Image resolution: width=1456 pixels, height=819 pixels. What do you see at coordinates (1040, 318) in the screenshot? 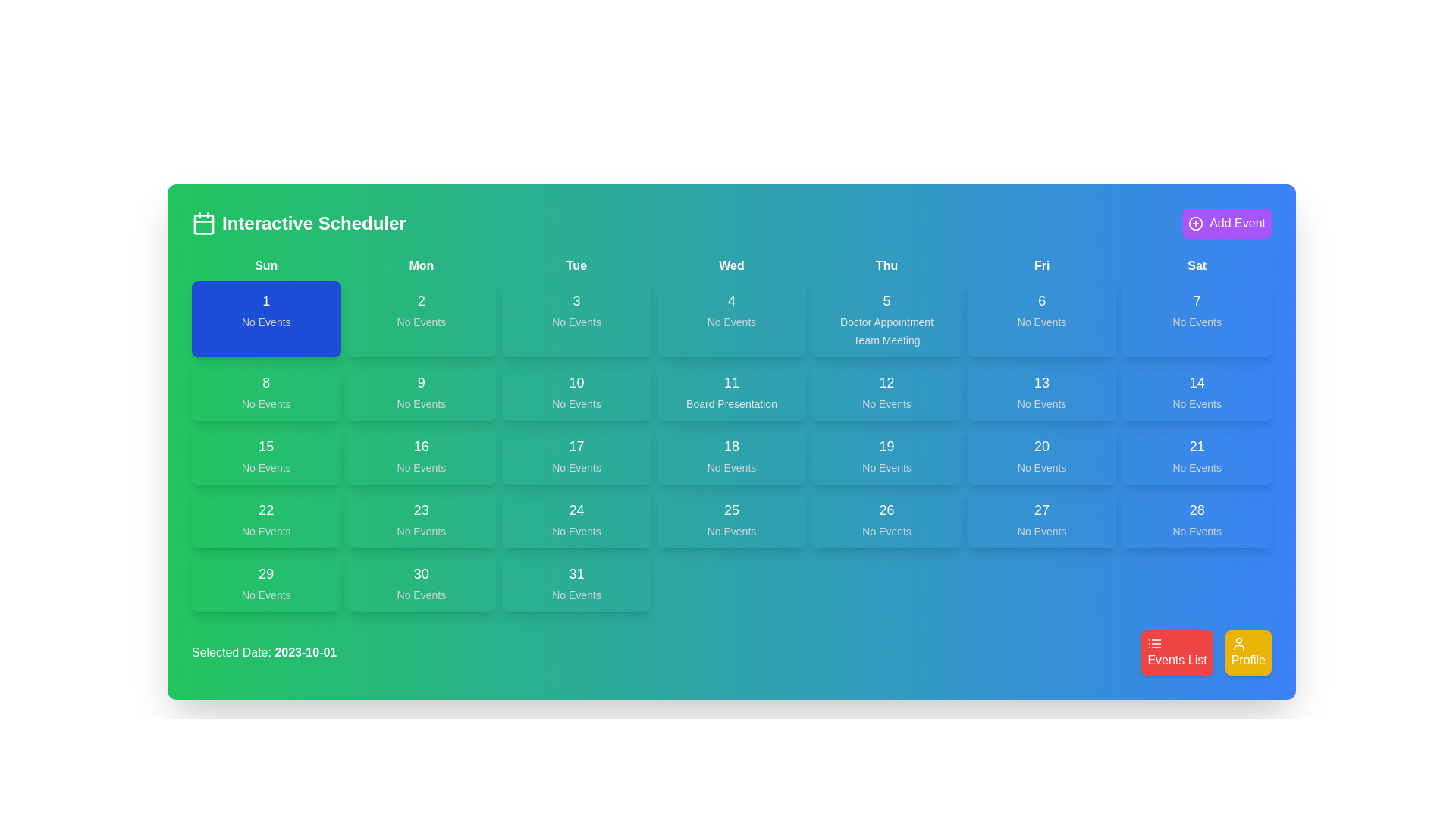
I see `the calendar date box indicating the 6th day (Friday)` at bounding box center [1040, 318].